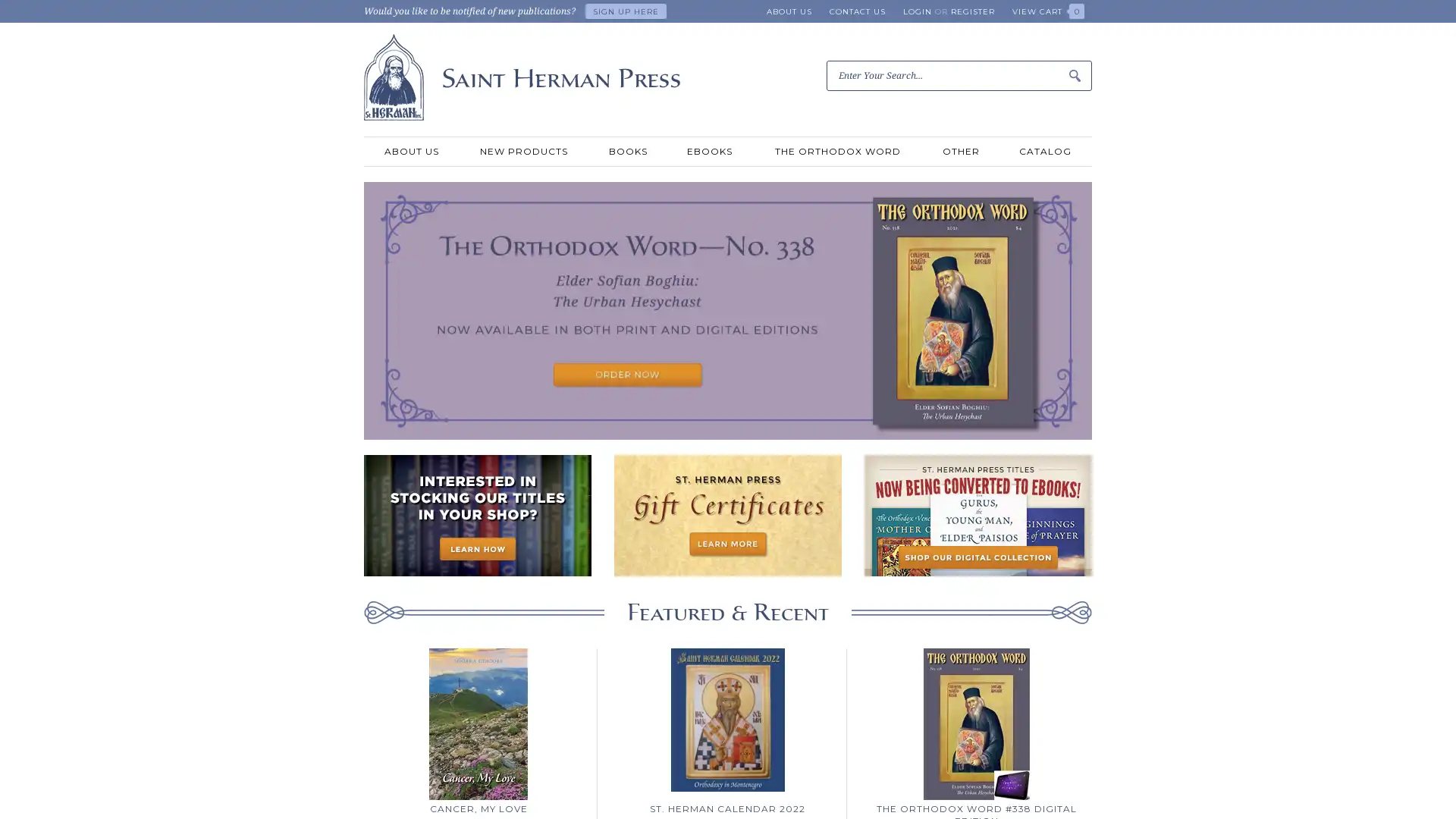 The width and height of the screenshot is (1456, 819). Describe the element at coordinates (1074, 76) in the screenshot. I see `Submit` at that location.